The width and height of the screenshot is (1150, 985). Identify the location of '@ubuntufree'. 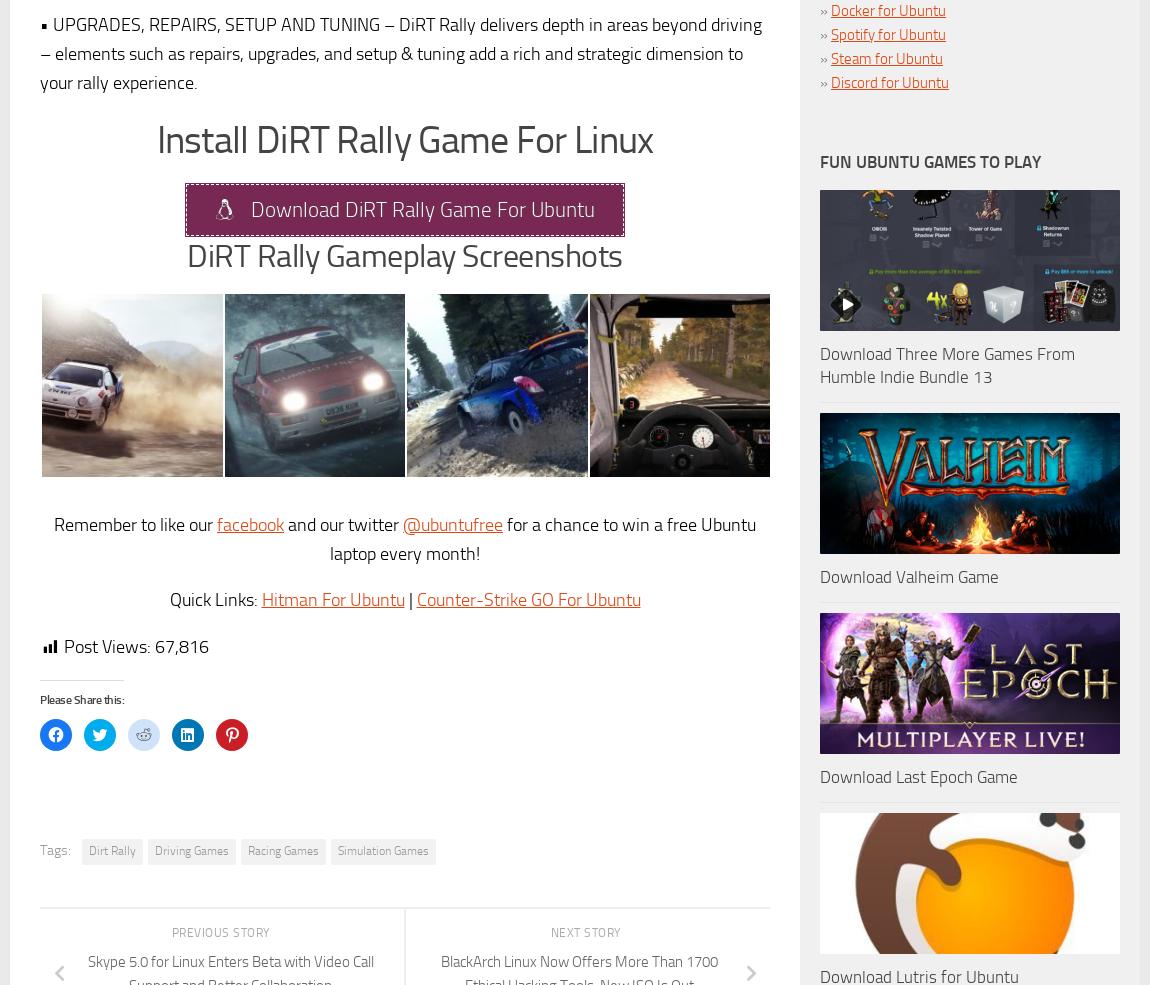
(452, 524).